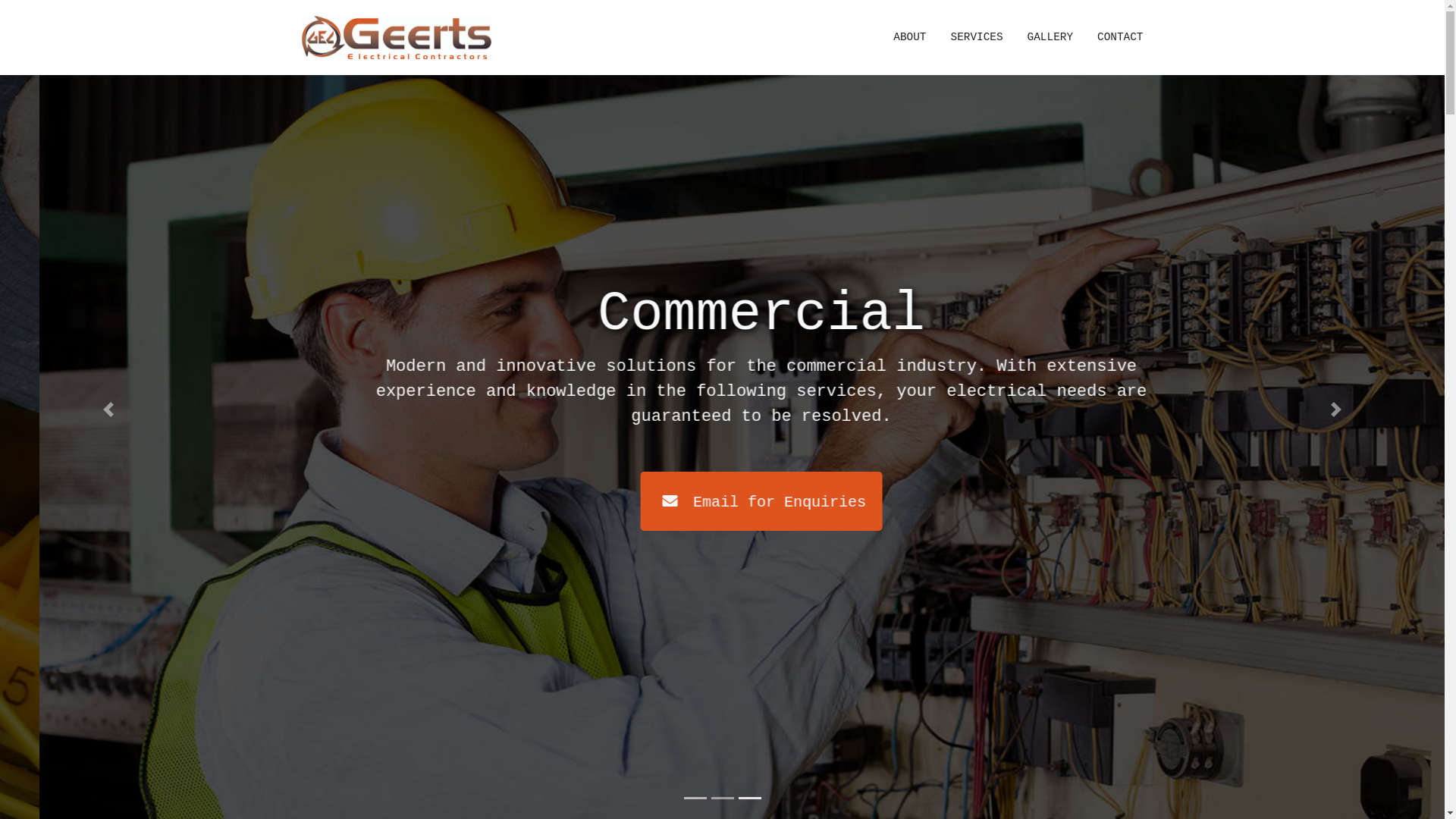 The height and width of the screenshot is (819, 1456). I want to click on 'GALLERY', so click(1050, 37).